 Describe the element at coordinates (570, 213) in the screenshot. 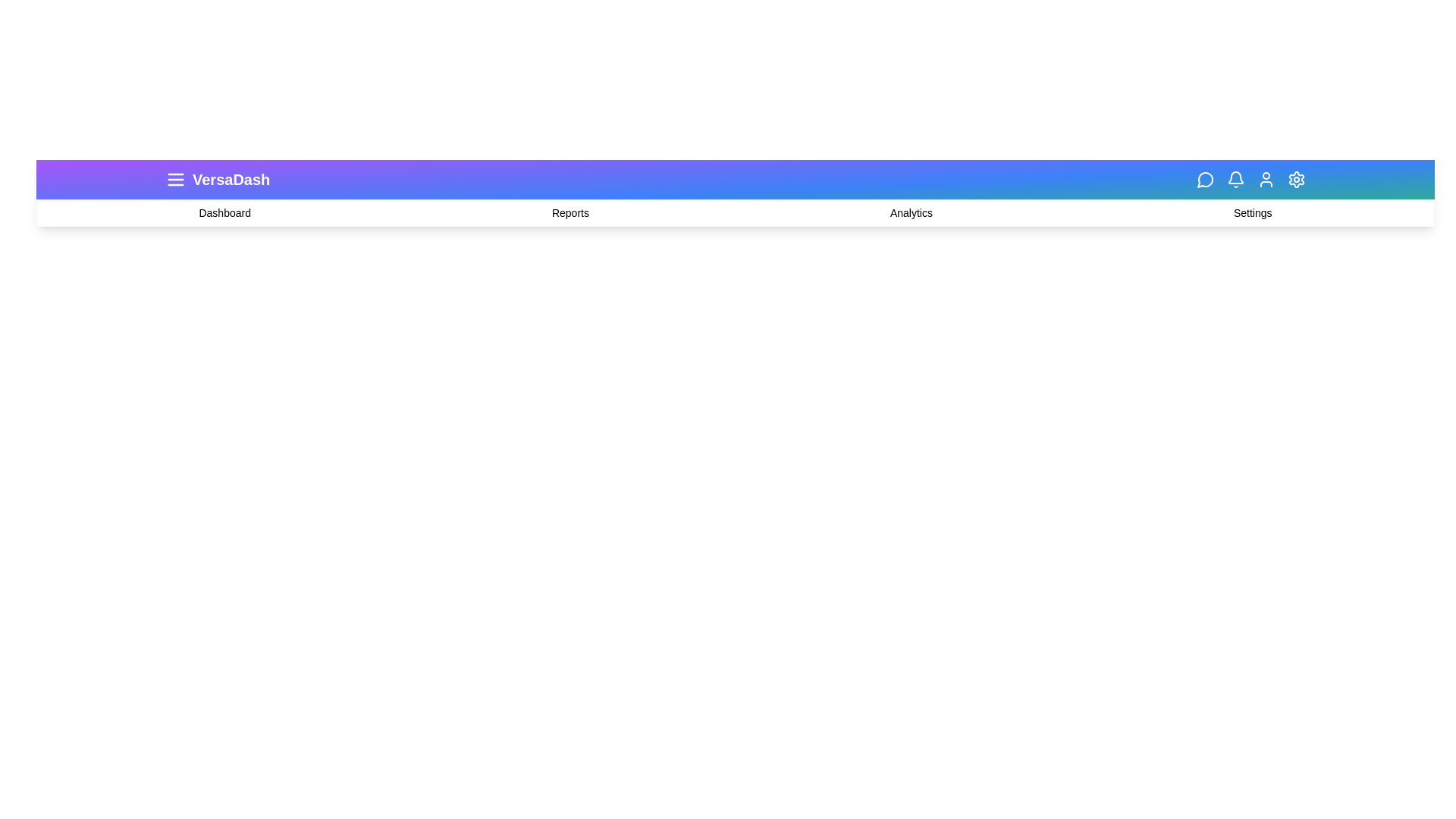

I see `the 'Reports' label in the navigation bar to navigate to the 'Reports' section` at that location.